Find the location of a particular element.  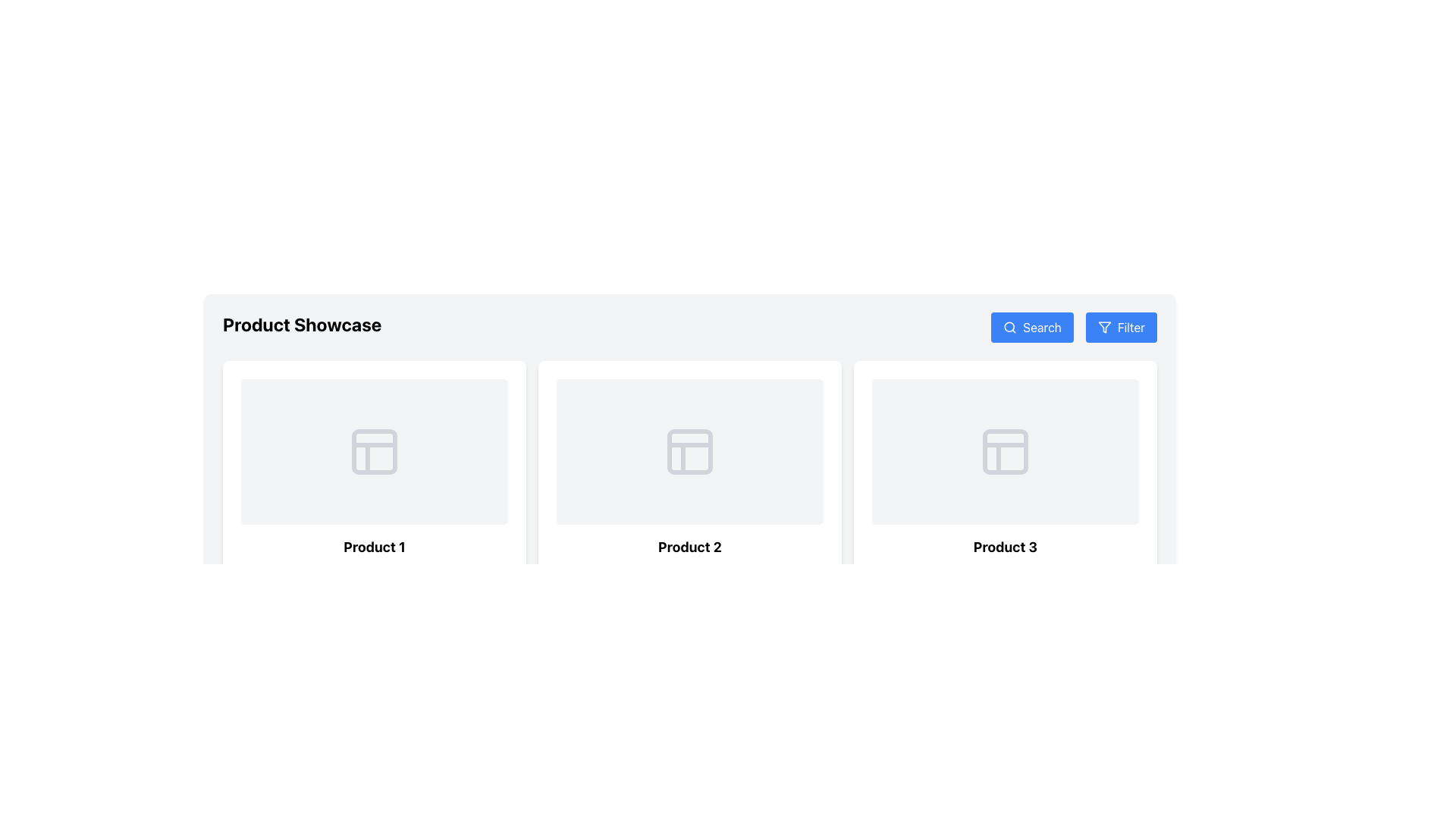

the small search icon, which is part of the 'Search' button located at the top-right of the interface is located at coordinates (1010, 327).